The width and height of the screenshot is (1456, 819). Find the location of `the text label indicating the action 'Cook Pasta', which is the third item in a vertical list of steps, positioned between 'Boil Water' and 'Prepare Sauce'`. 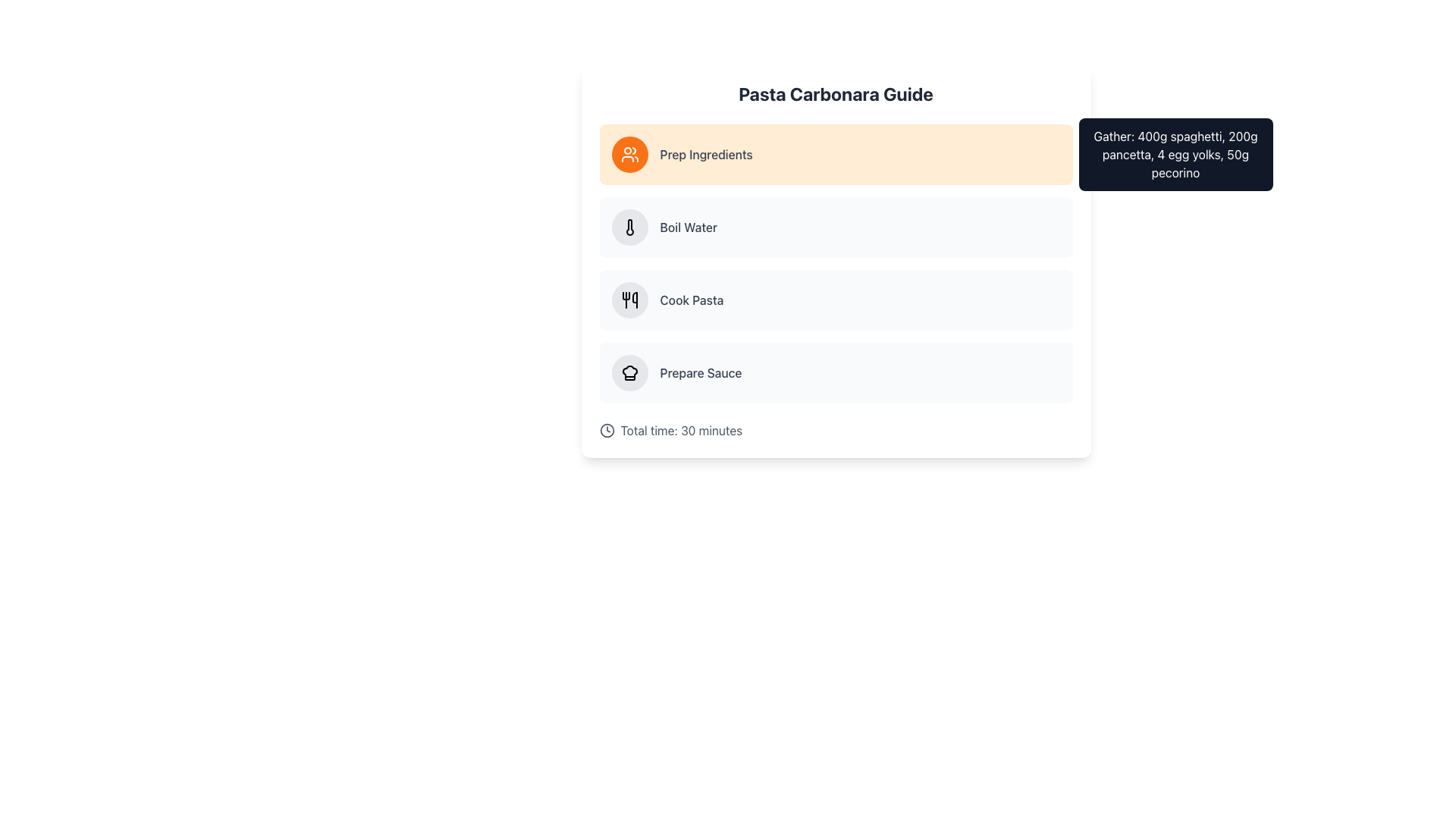

the text label indicating the action 'Cook Pasta', which is the third item in a vertical list of steps, positioned between 'Boil Water' and 'Prepare Sauce' is located at coordinates (691, 300).